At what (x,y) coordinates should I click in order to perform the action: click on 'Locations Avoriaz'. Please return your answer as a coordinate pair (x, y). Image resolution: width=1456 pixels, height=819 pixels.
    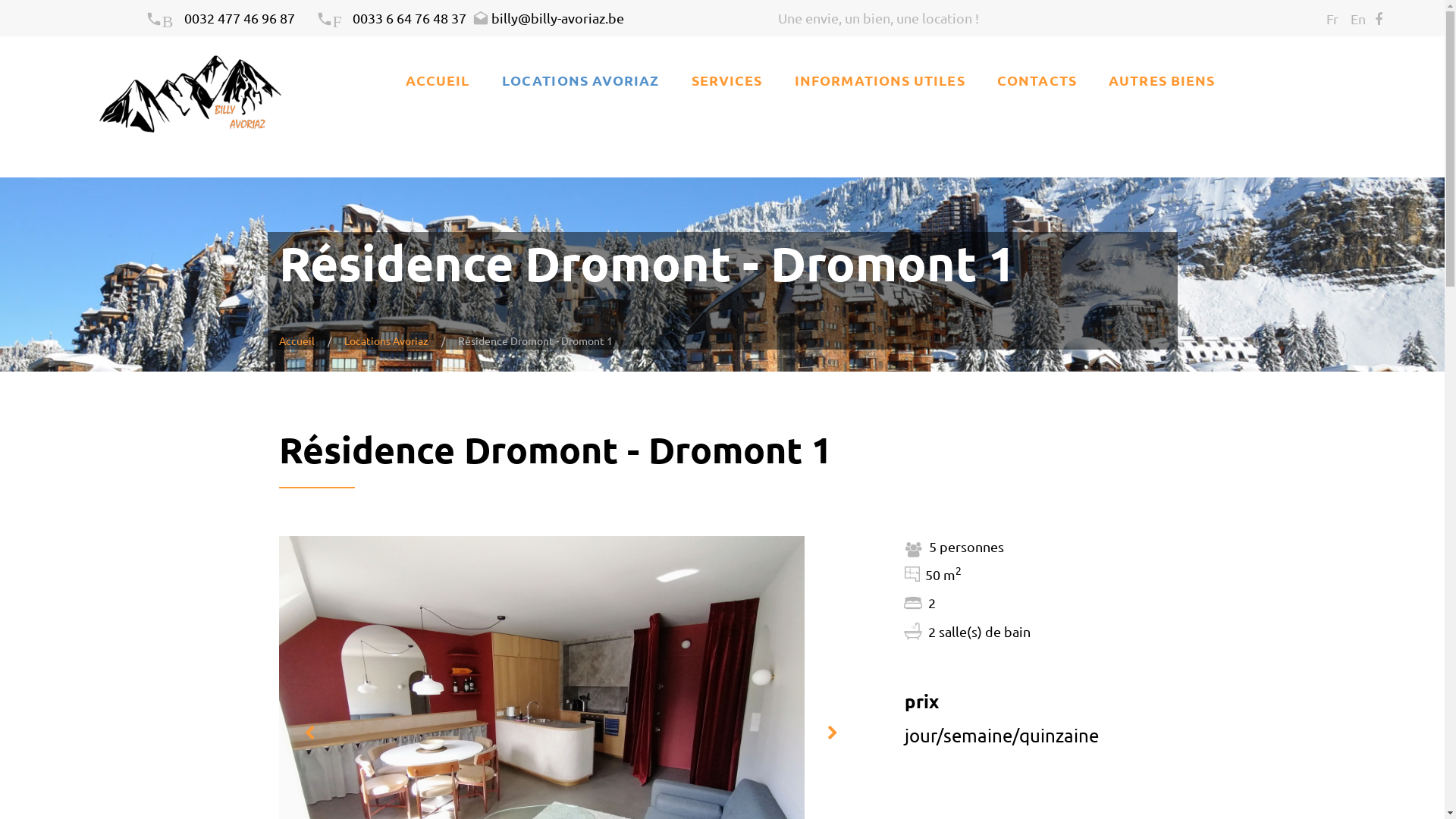
    Looking at the image, I should click on (386, 339).